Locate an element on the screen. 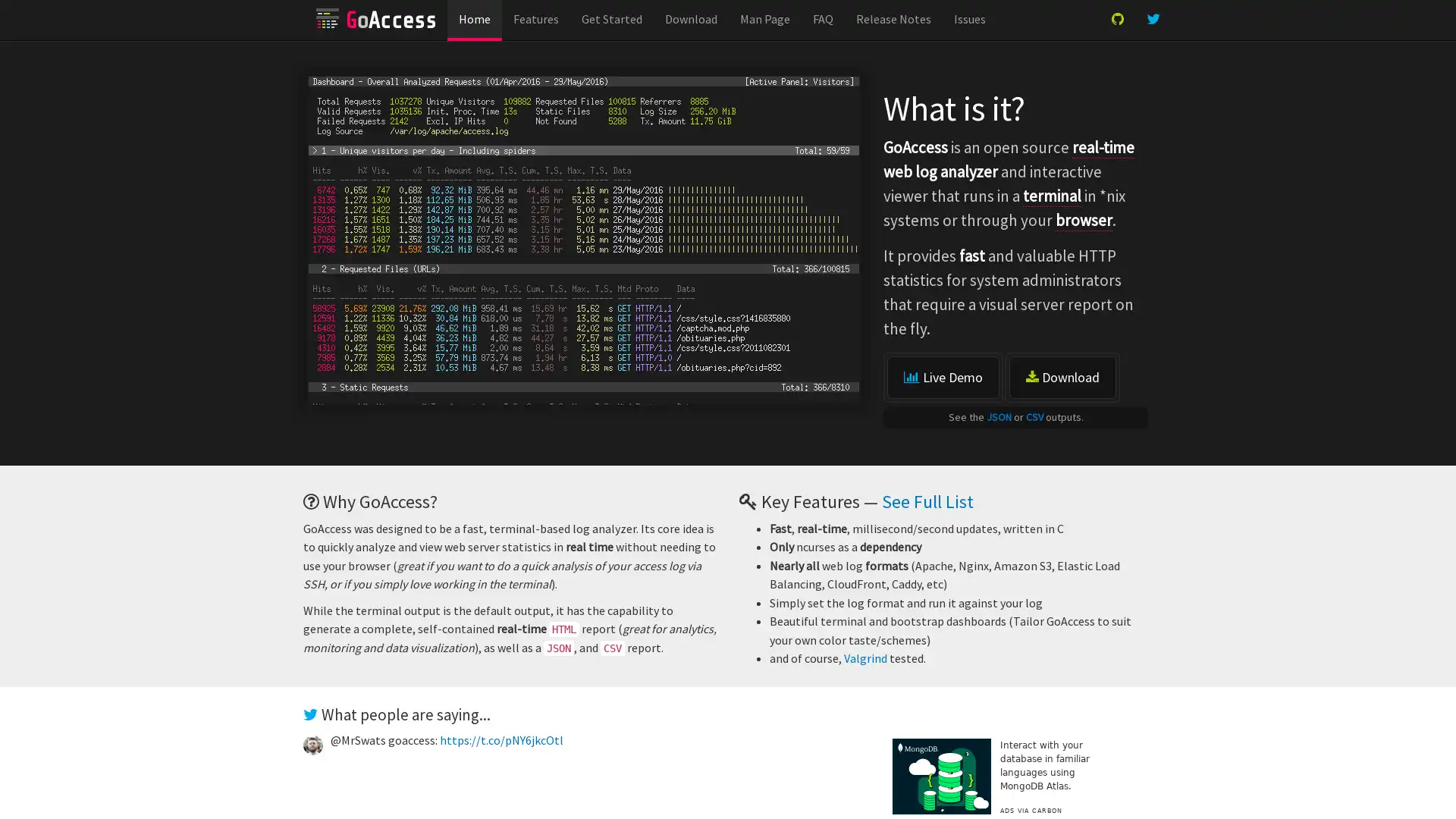 The width and height of the screenshot is (1456, 819). Download is located at coordinates (1062, 376).